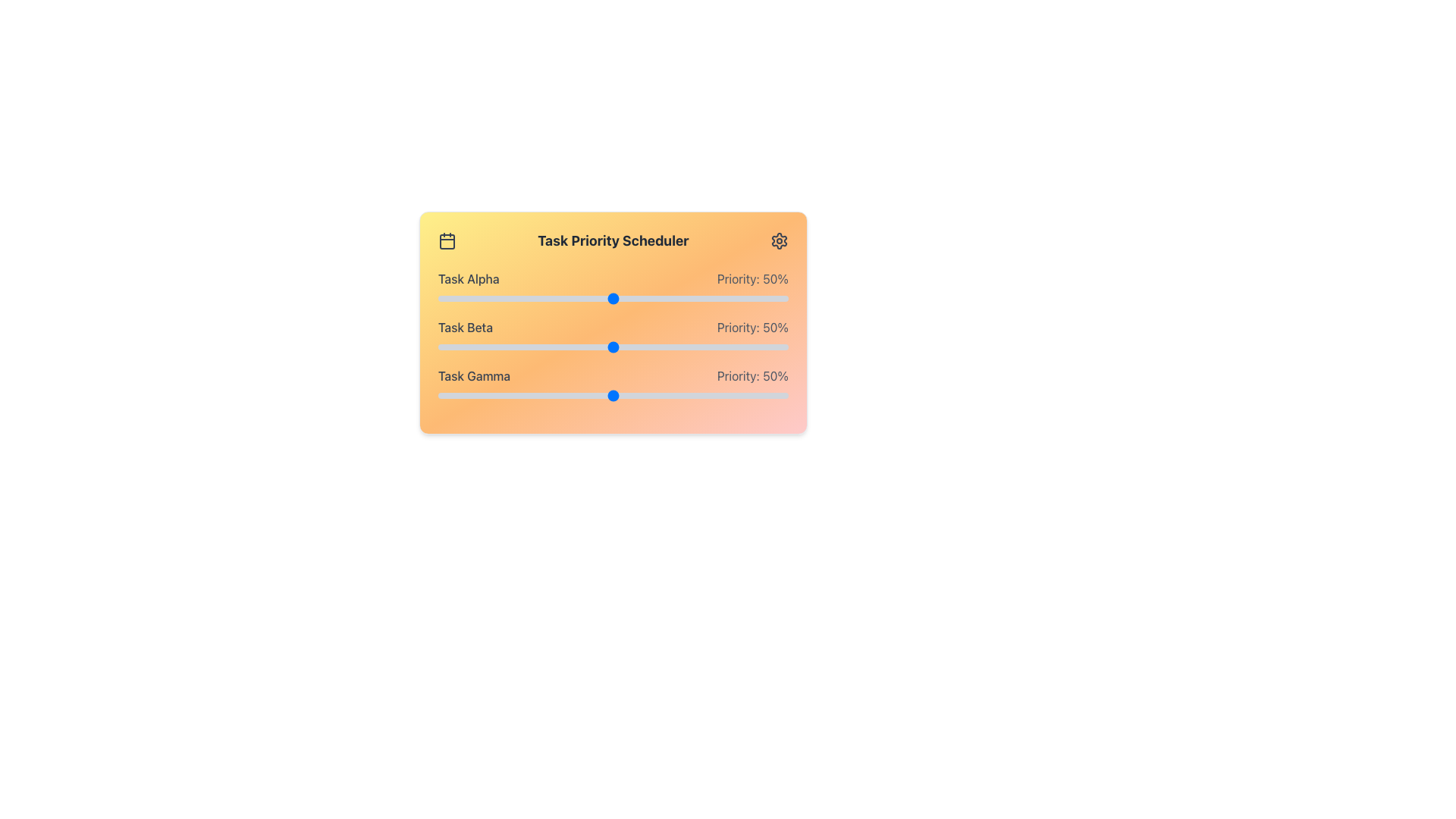 The height and width of the screenshot is (819, 1456). What do you see at coordinates (658, 375) in the screenshot?
I see `the priority value of Task Gamma` at bounding box center [658, 375].